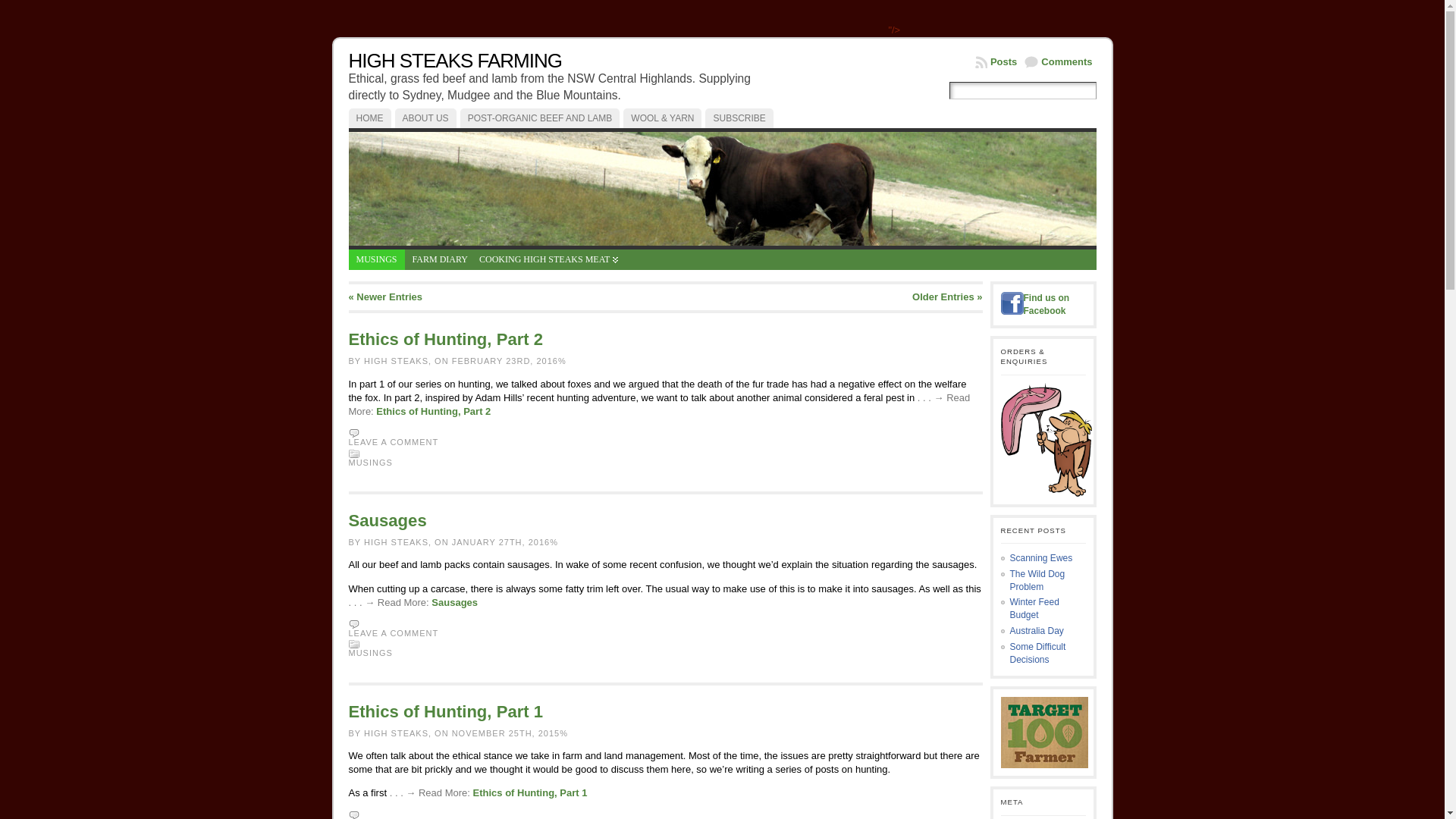 The height and width of the screenshot is (819, 1456). I want to click on 'Ethics of Hunting, Part 2', so click(432, 411).